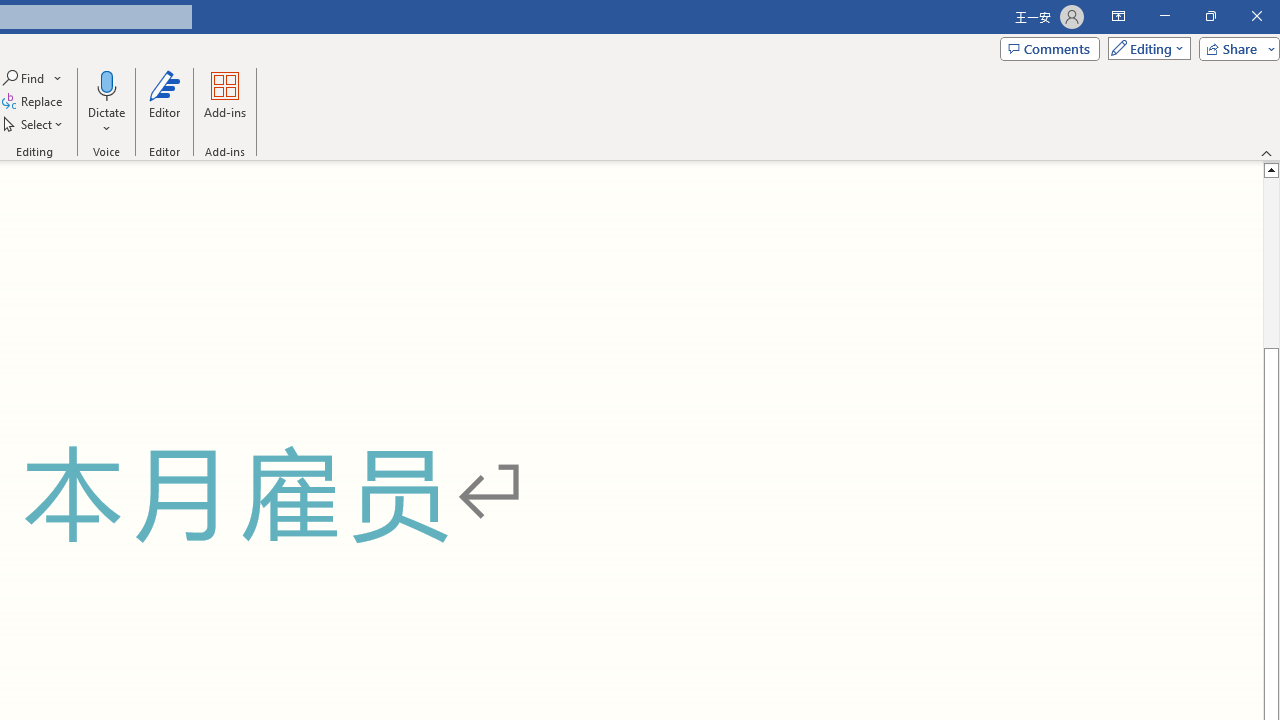 This screenshot has height=720, width=1280. I want to click on 'Editing', so click(1144, 47).